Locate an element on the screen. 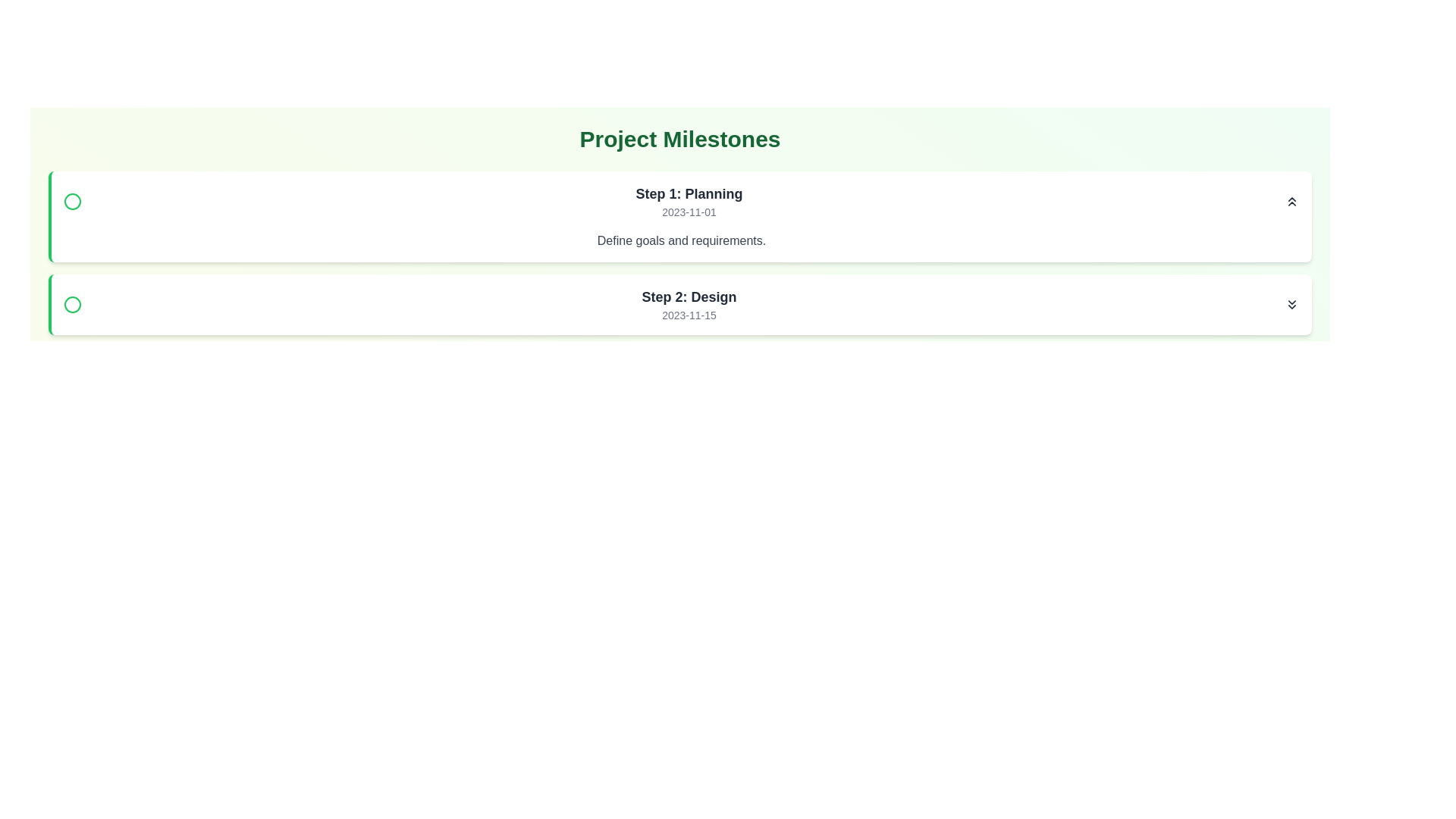 Image resolution: width=1456 pixels, height=819 pixels. the icon is located at coordinates (1291, 304).